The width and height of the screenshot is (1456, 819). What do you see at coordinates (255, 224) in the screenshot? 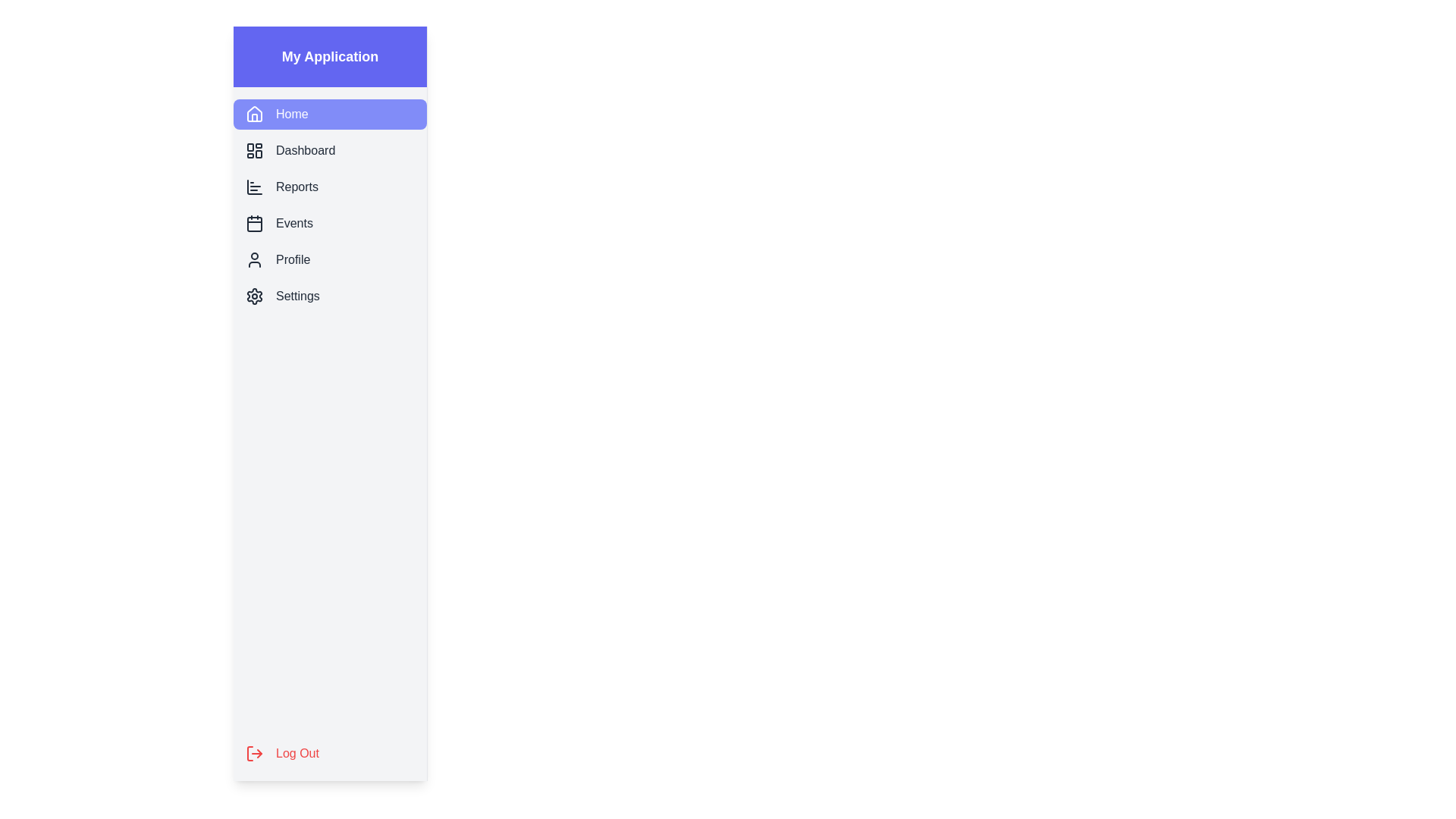
I see `the decorative visual element within the calendar icon located in the 'Events' menu item of the vertical navigation bar` at bounding box center [255, 224].